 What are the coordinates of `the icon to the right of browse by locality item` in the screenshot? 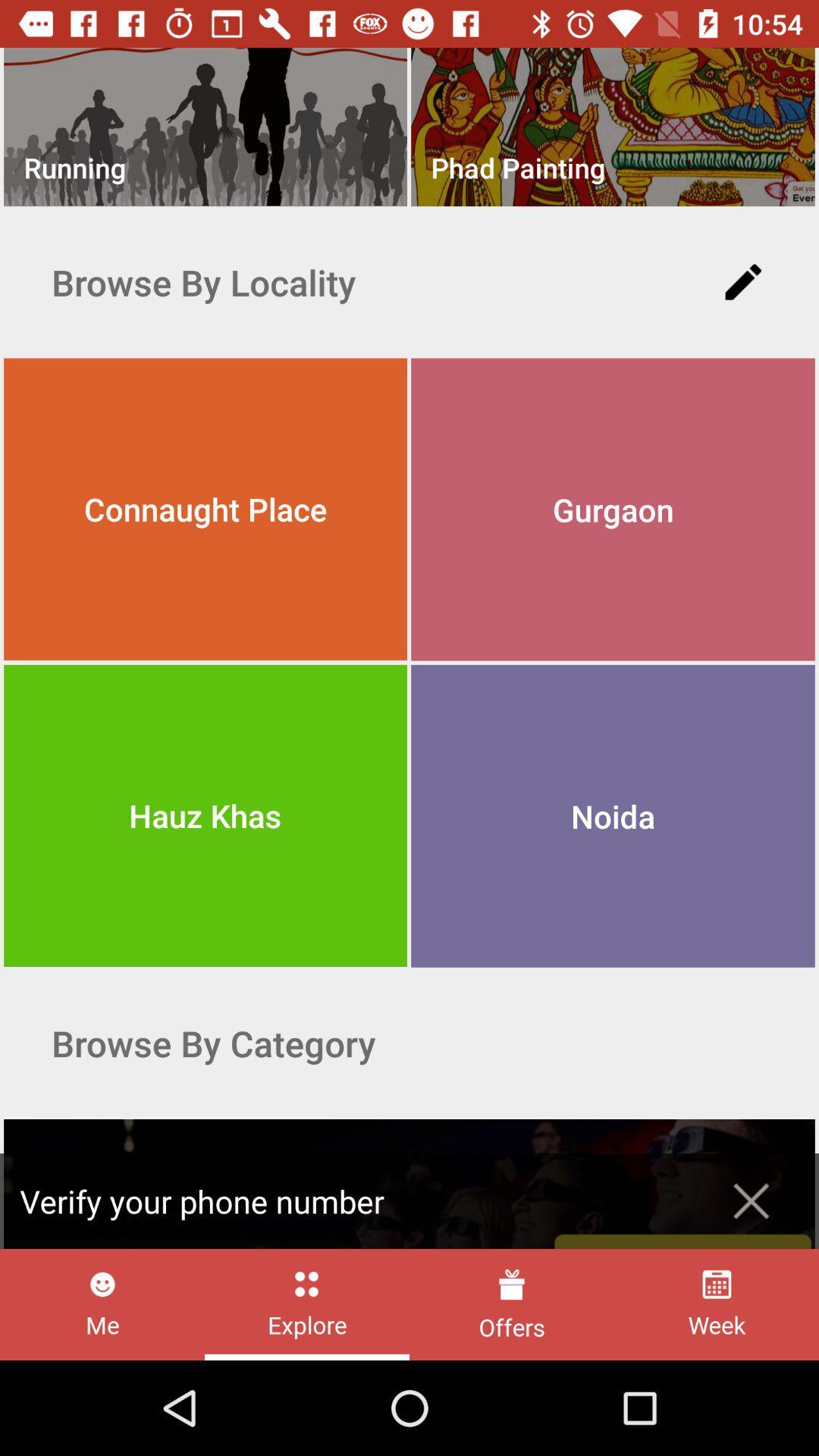 It's located at (742, 282).